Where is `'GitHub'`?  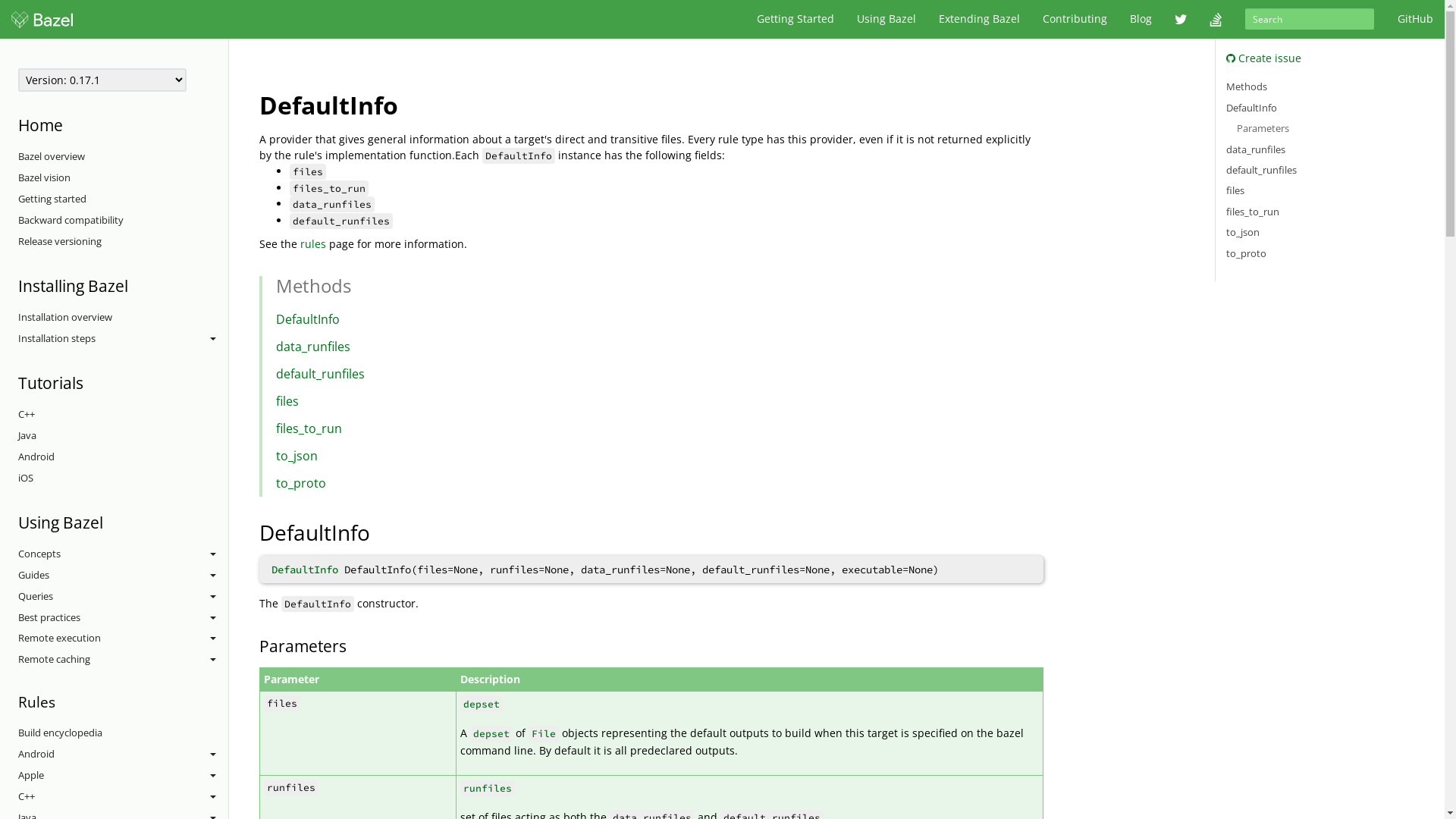 'GitHub' is located at coordinates (1414, 18).